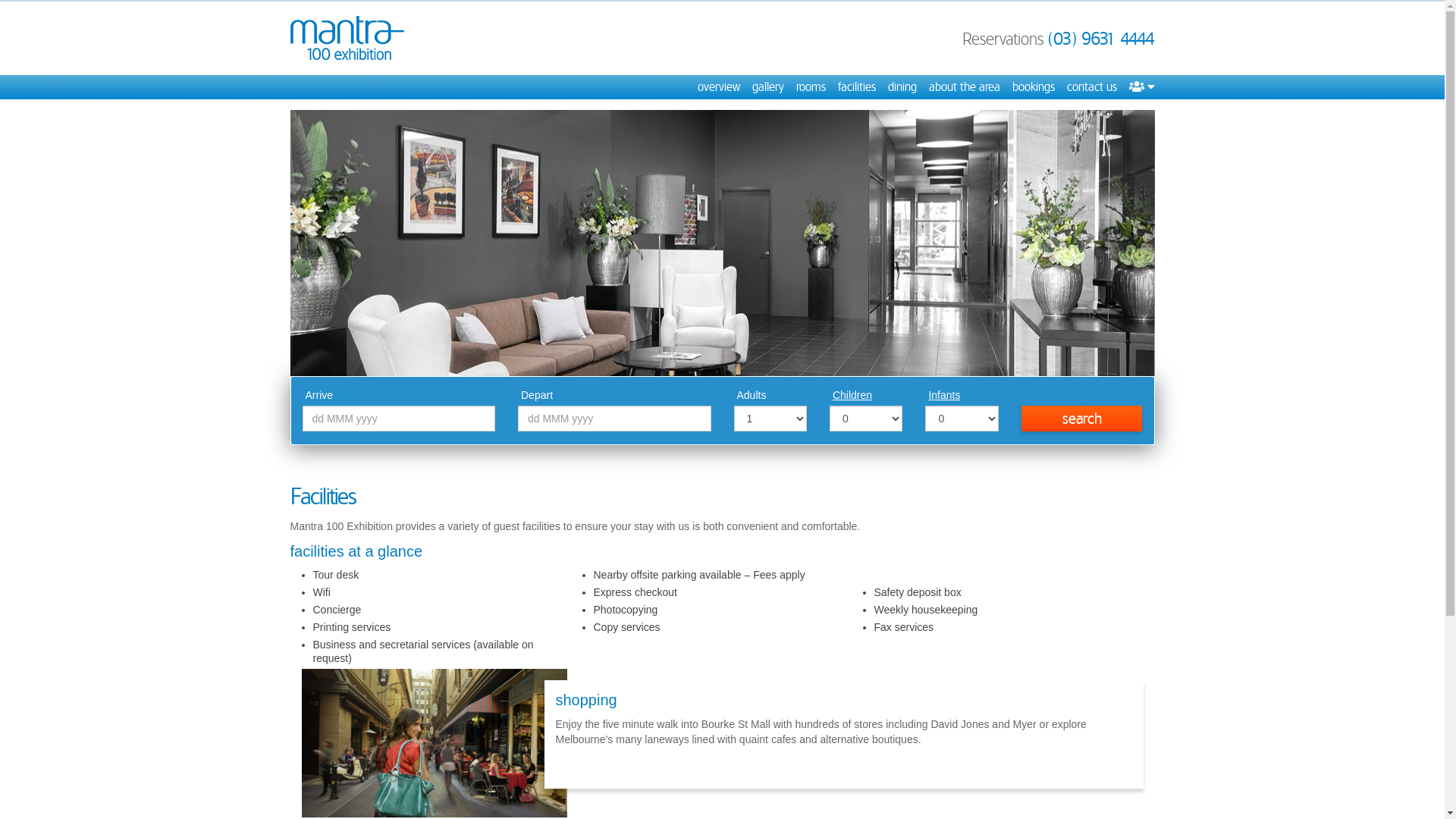 The image size is (1456, 819). What do you see at coordinates (752, 87) in the screenshot?
I see `'gallery'` at bounding box center [752, 87].